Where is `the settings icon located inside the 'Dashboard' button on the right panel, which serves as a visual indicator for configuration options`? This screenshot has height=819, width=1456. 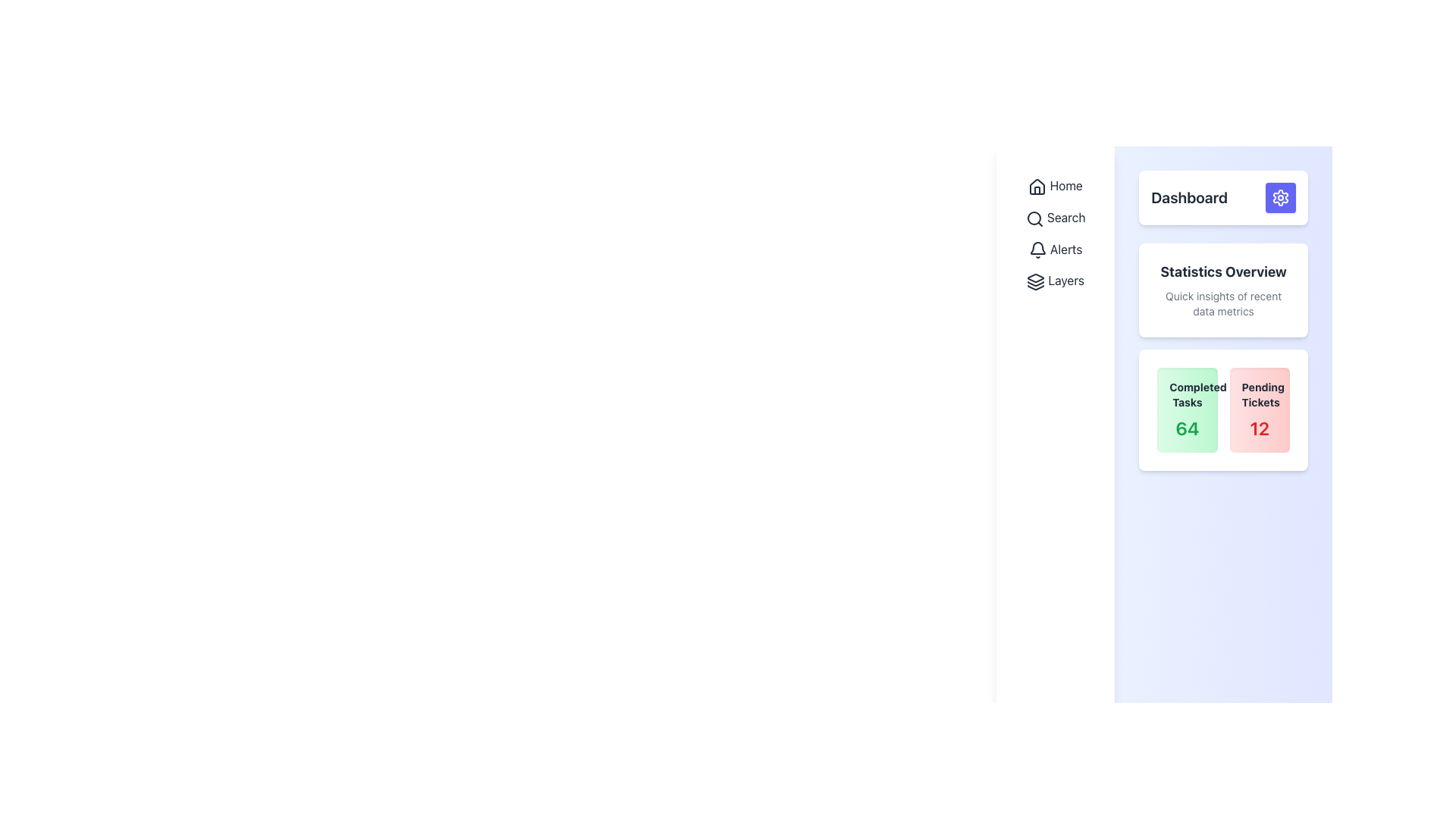
the settings icon located inside the 'Dashboard' button on the right panel, which serves as a visual indicator for configuration options is located at coordinates (1280, 197).